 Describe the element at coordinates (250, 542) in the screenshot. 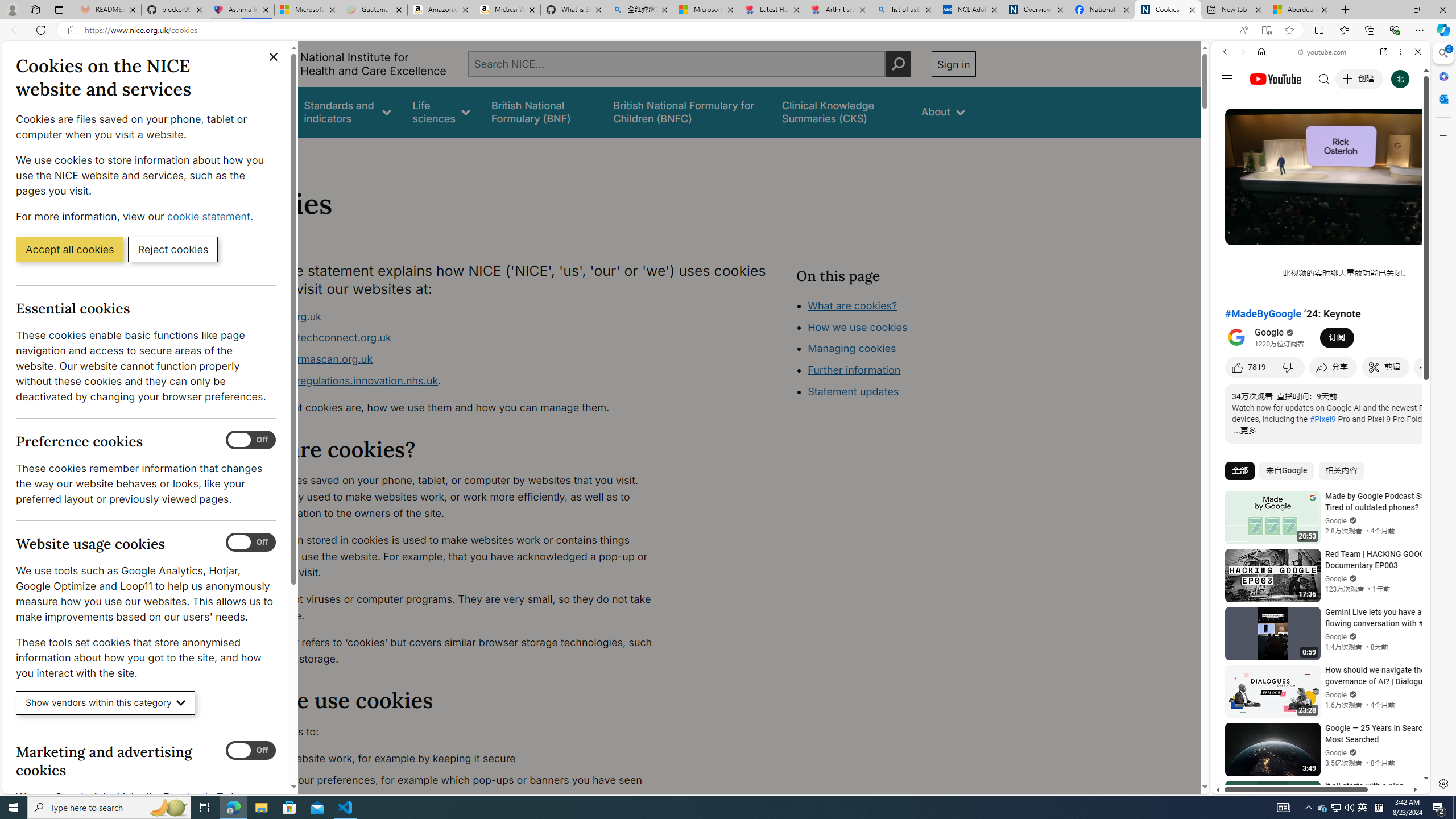

I see `'Website usage cookies'` at that location.